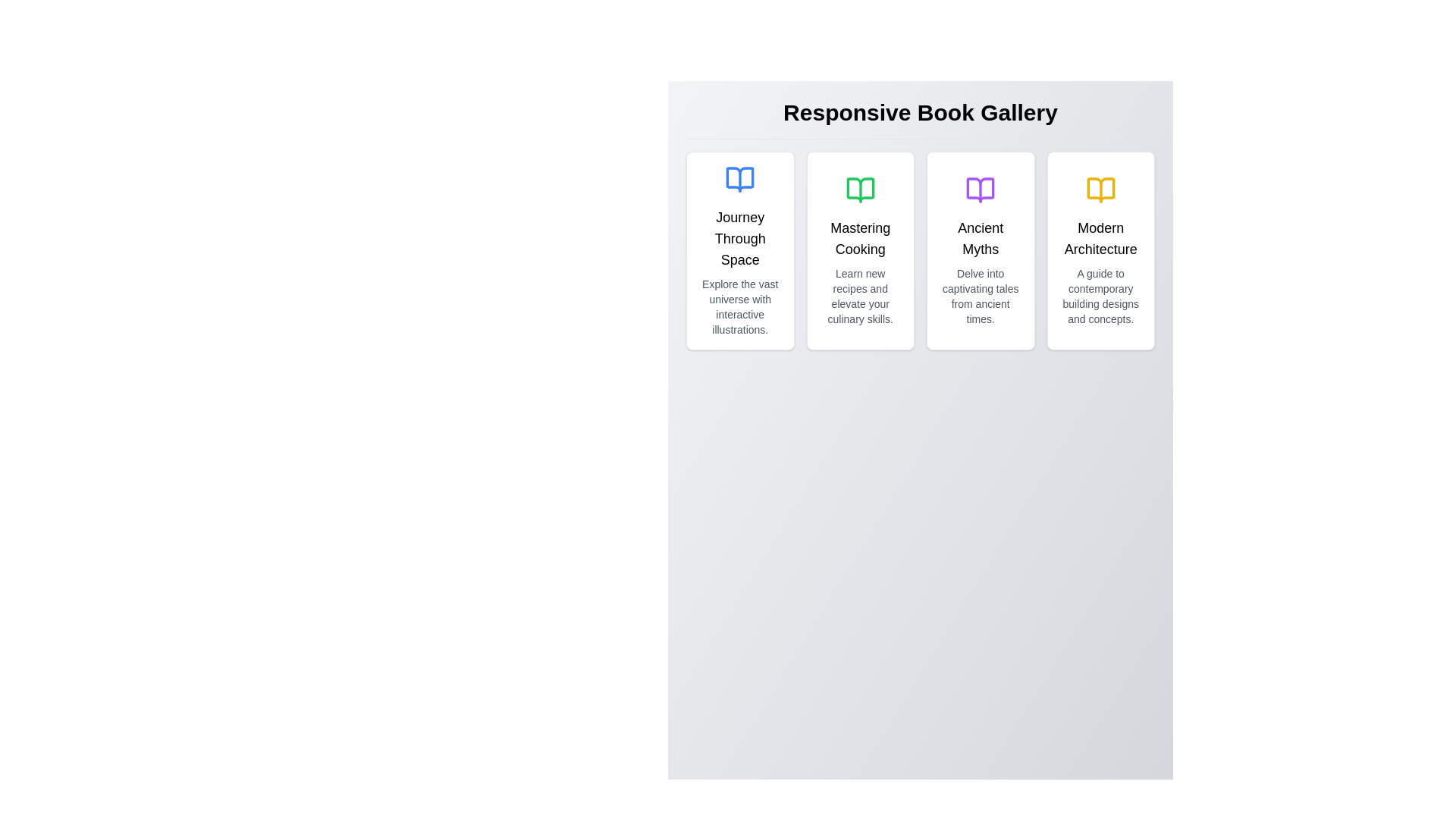 The image size is (1456, 819). What do you see at coordinates (981, 189) in the screenshot?
I see `the book icon representing 'Ancient Myths' in the third card of a four-card layout` at bounding box center [981, 189].